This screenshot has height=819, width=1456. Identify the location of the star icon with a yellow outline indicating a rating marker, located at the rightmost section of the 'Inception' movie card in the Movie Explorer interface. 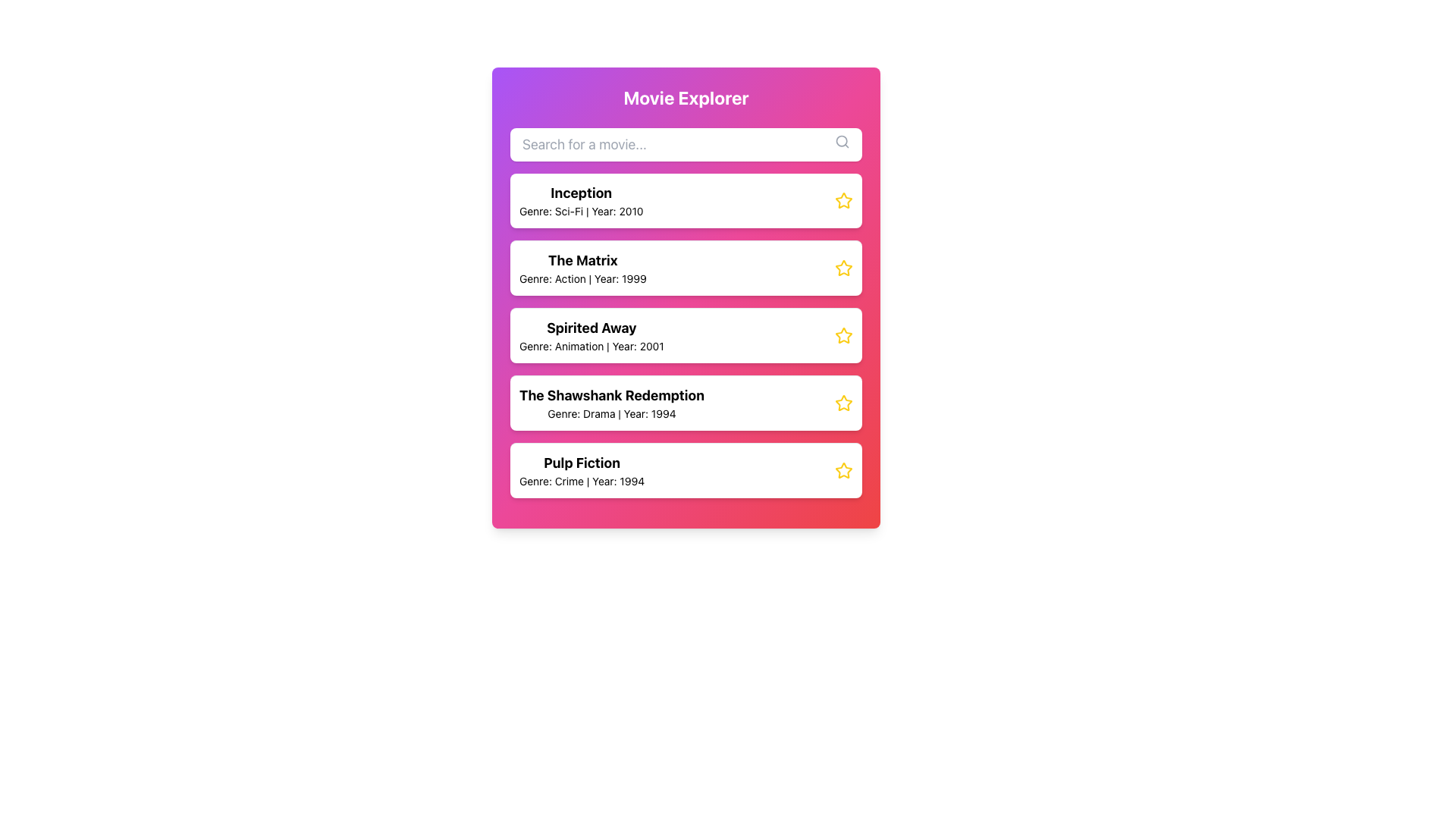
(843, 200).